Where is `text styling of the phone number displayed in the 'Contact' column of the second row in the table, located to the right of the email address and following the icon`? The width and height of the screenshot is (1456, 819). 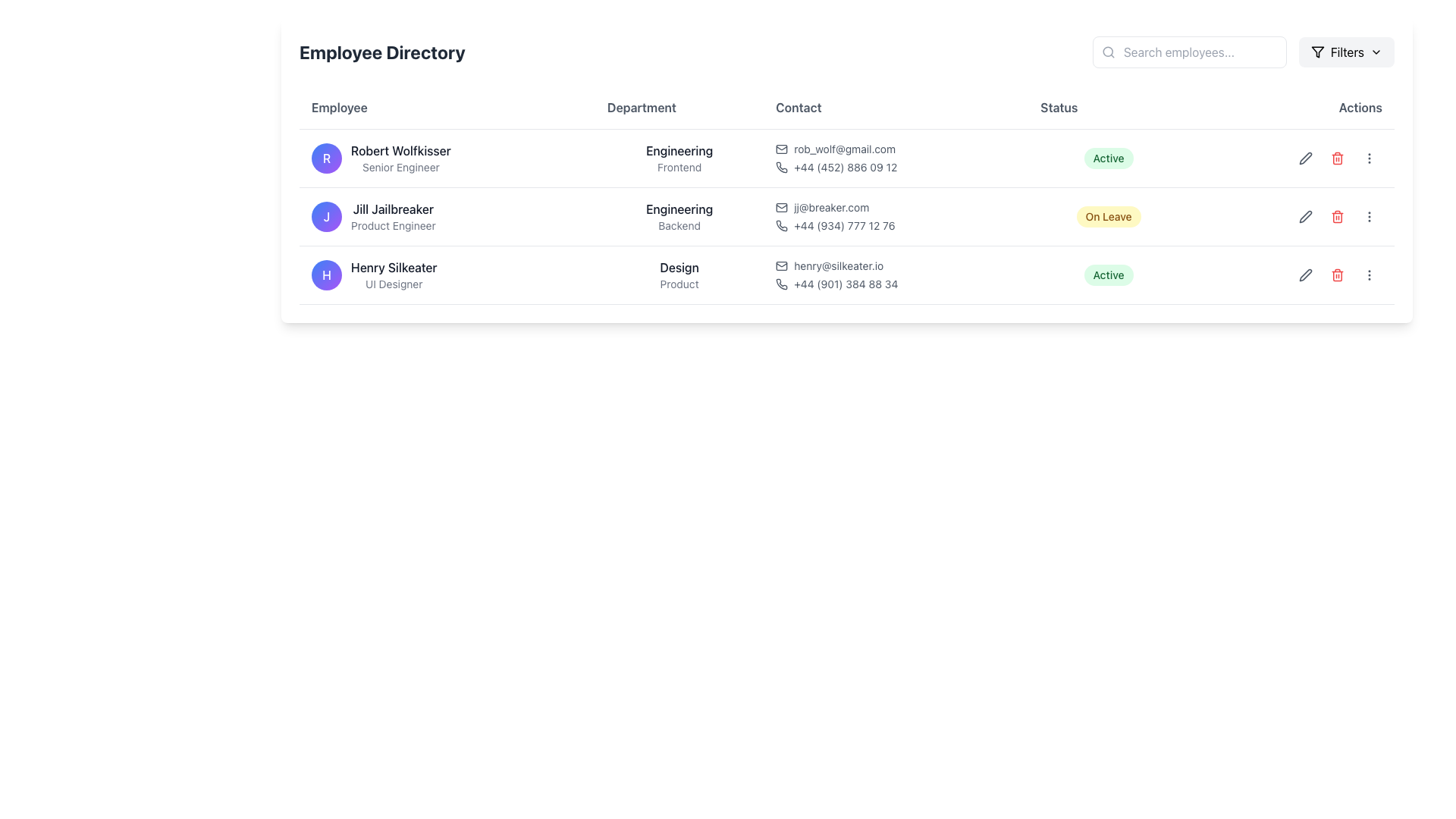
text styling of the phone number displayed in the 'Contact' column of the second row in the table, located to the right of the email address and following the icon is located at coordinates (843, 225).